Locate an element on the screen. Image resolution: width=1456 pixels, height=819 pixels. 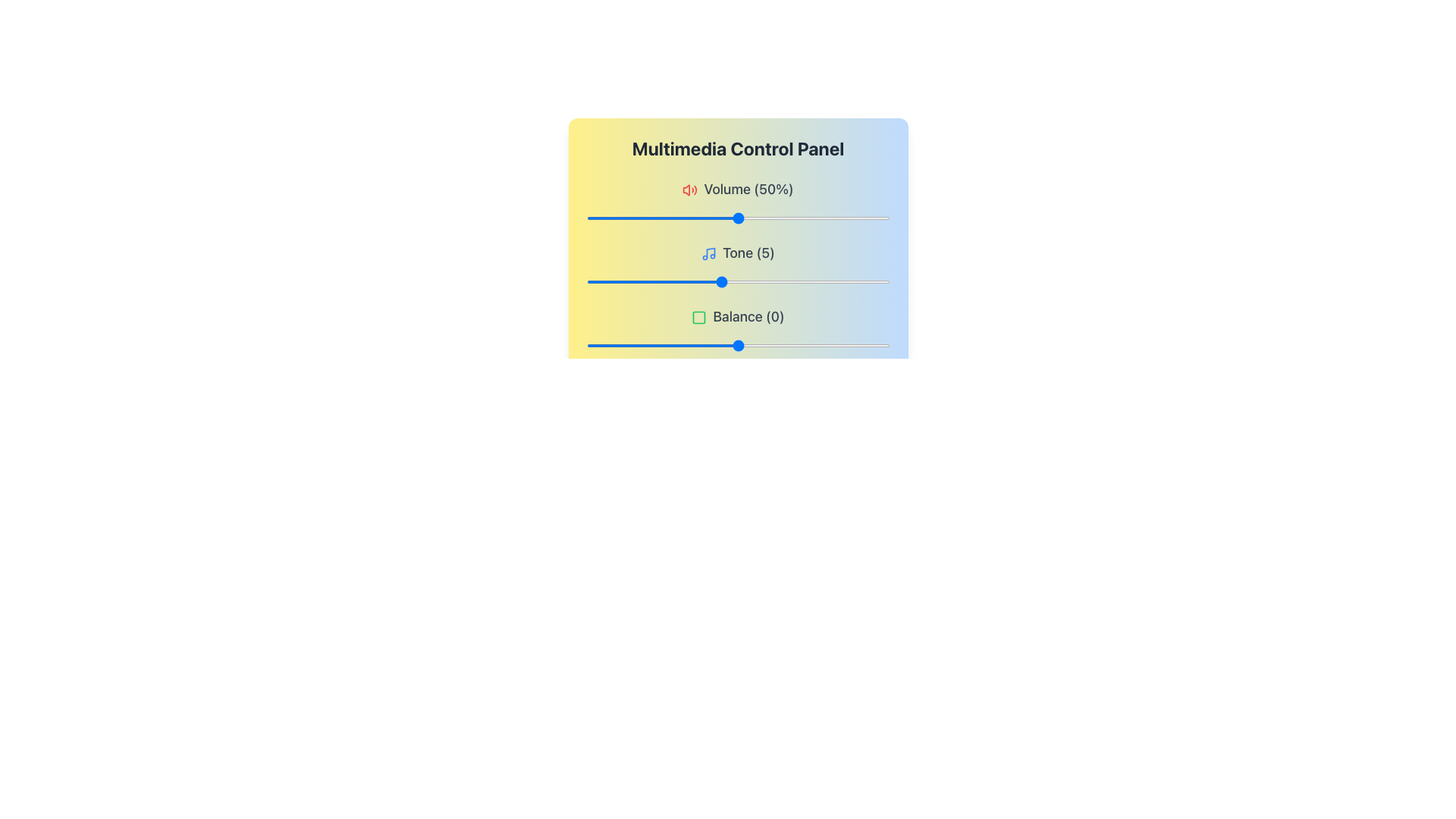
the Range Slider located at the bottom of the 'Balance (0)' section, which features a light gray background and a blue handle is located at coordinates (738, 345).